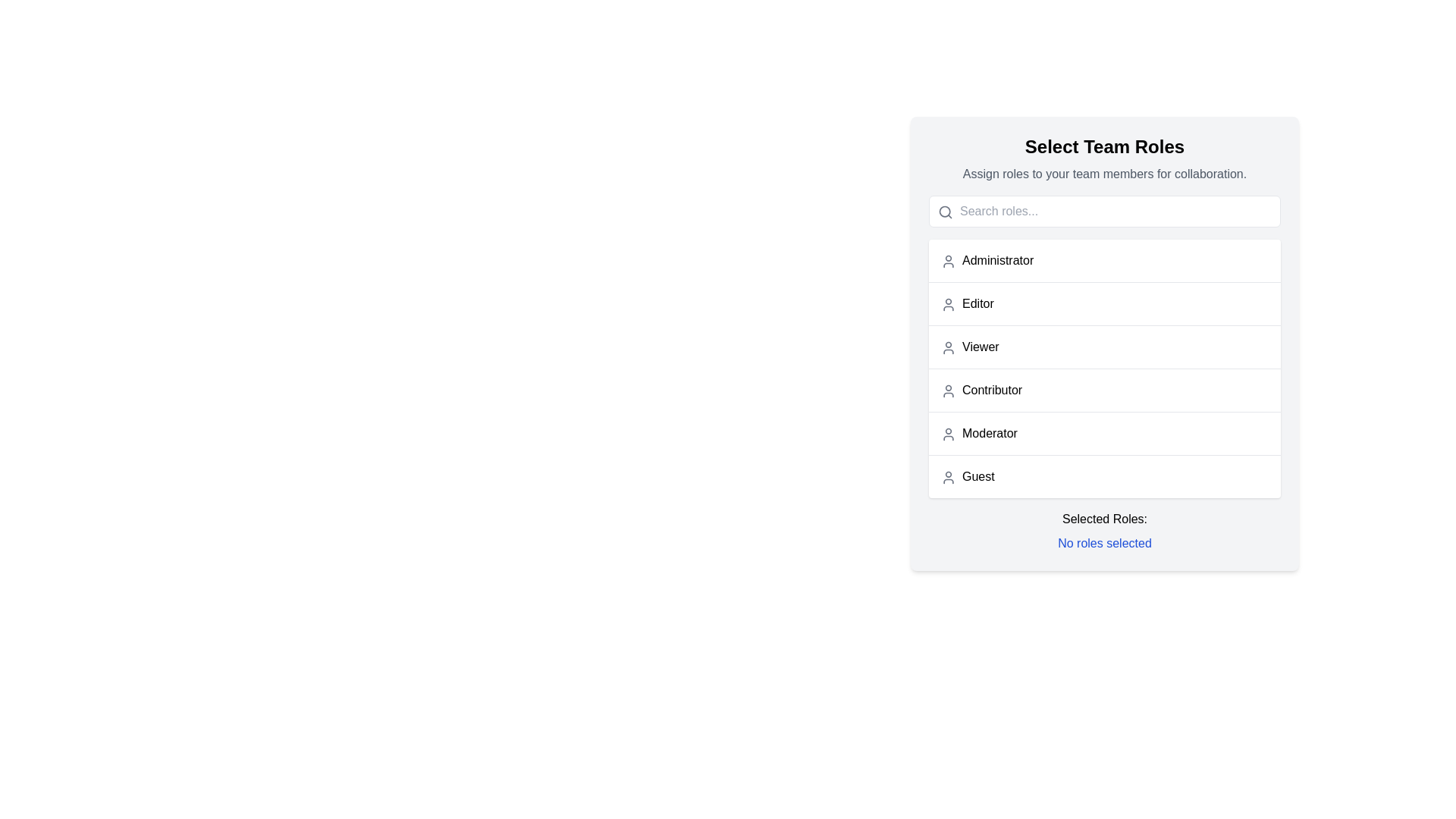 The image size is (1456, 819). What do you see at coordinates (948, 304) in the screenshot?
I see `the user profile icon` at bounding box center [948, 304].